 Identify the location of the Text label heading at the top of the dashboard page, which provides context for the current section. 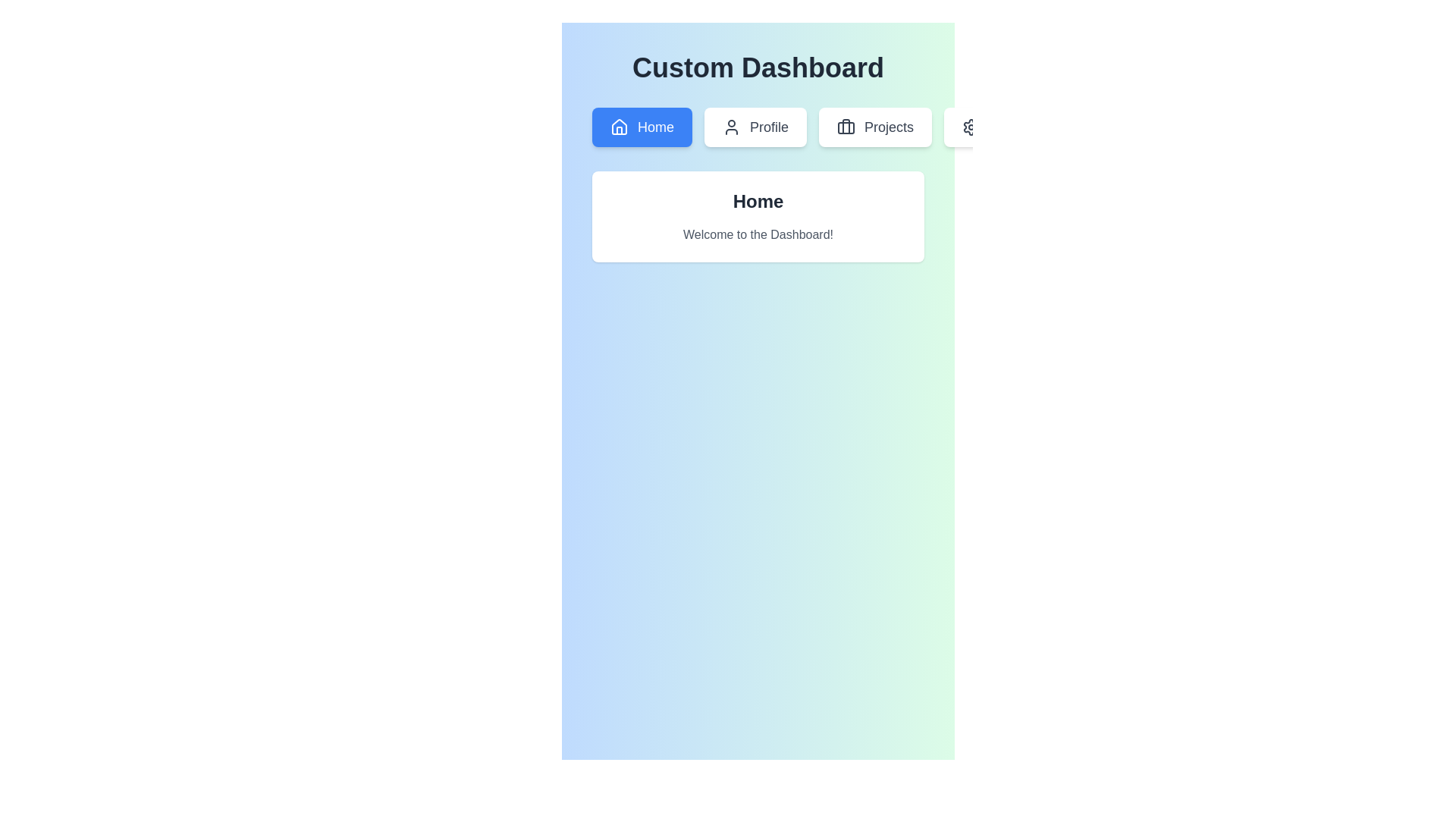
(758, 67).